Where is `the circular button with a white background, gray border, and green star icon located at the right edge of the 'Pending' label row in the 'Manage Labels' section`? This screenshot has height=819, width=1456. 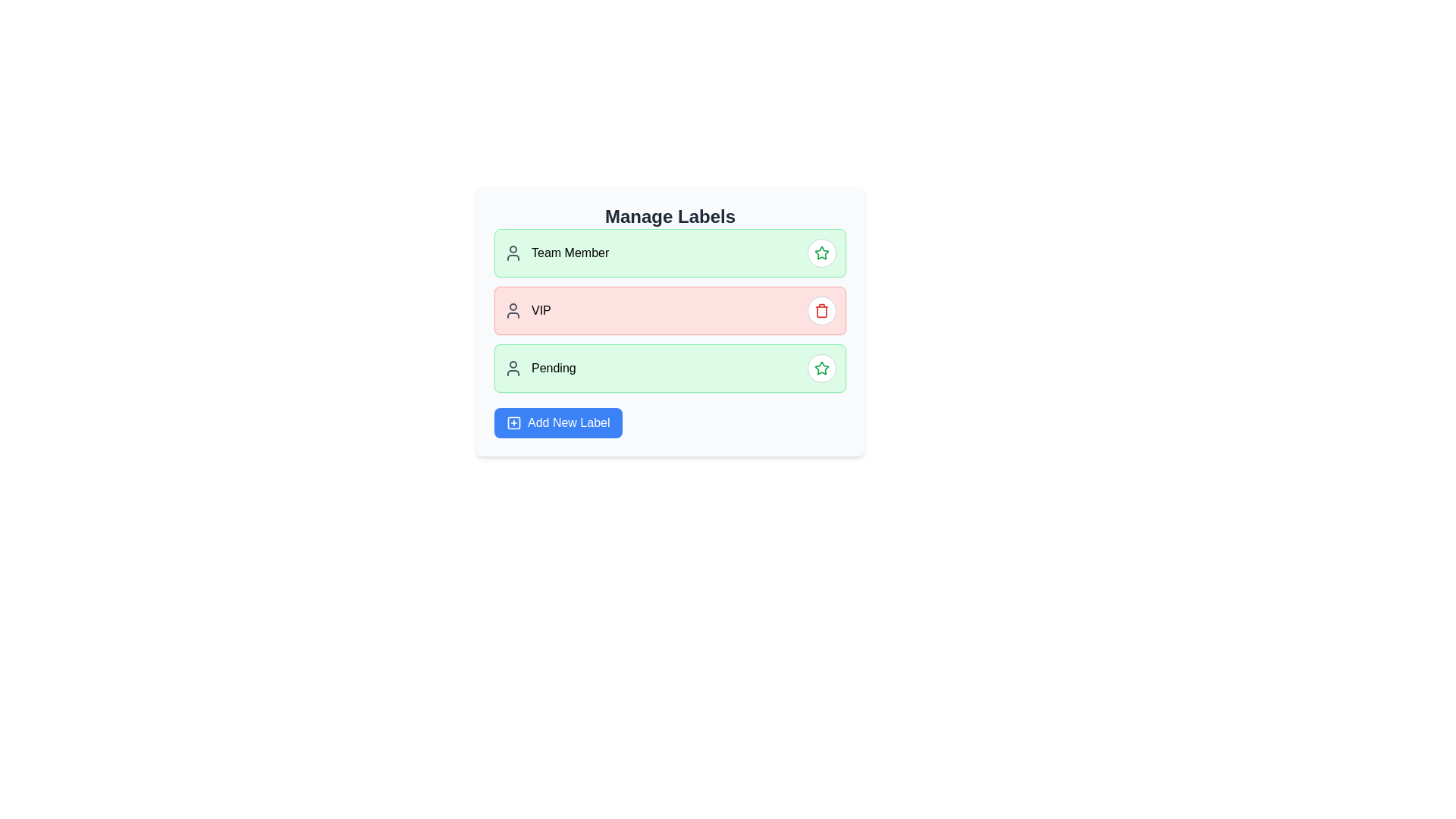 the circular button with a white background, gray border, and green star icon located at the right edge of the 'Pending' label row in the 'Manage Labels' section is located at coordinates (821, 369).